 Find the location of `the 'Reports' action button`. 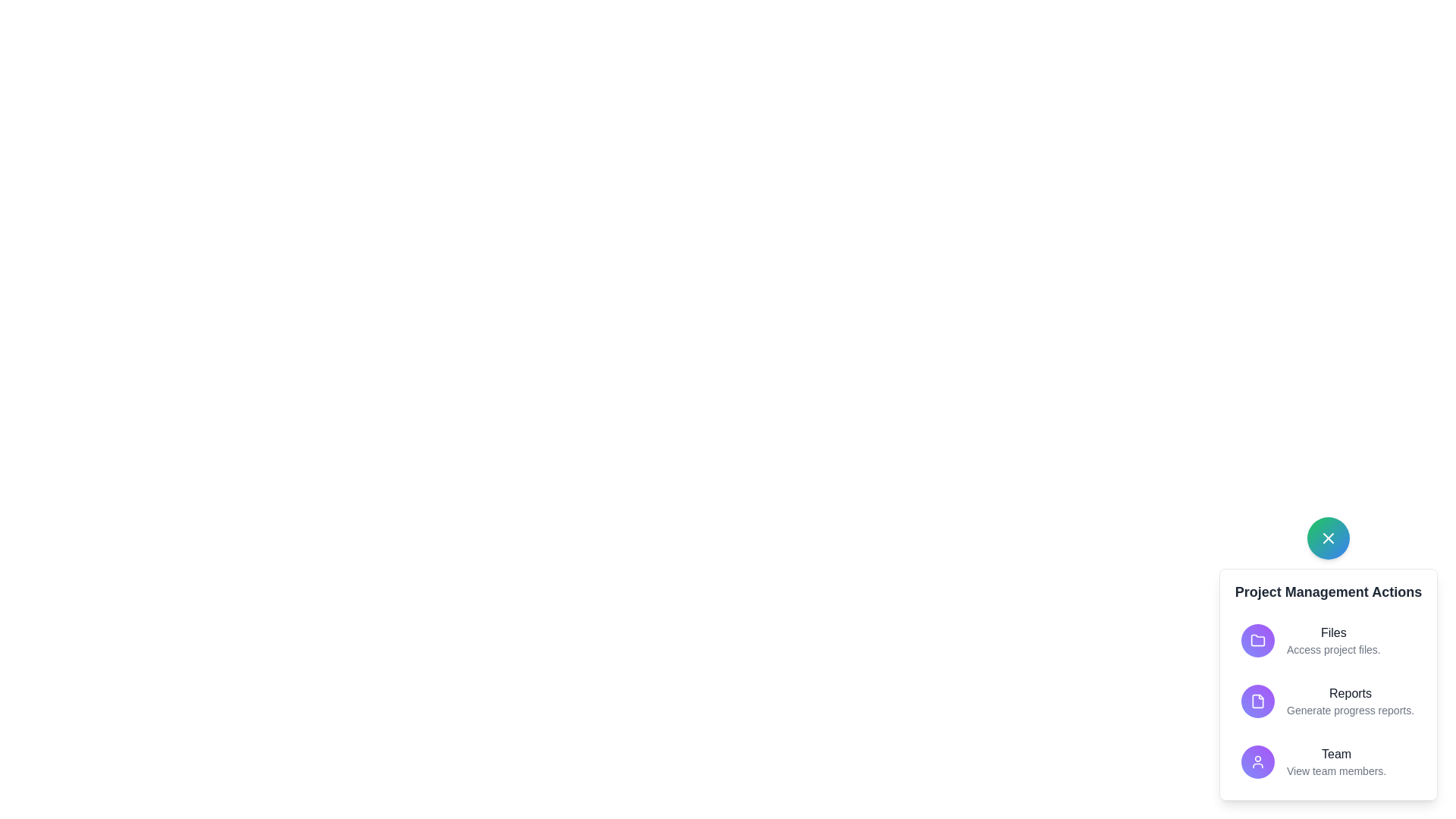

the 'Reports' action button is located at coordinates (1328, 701).